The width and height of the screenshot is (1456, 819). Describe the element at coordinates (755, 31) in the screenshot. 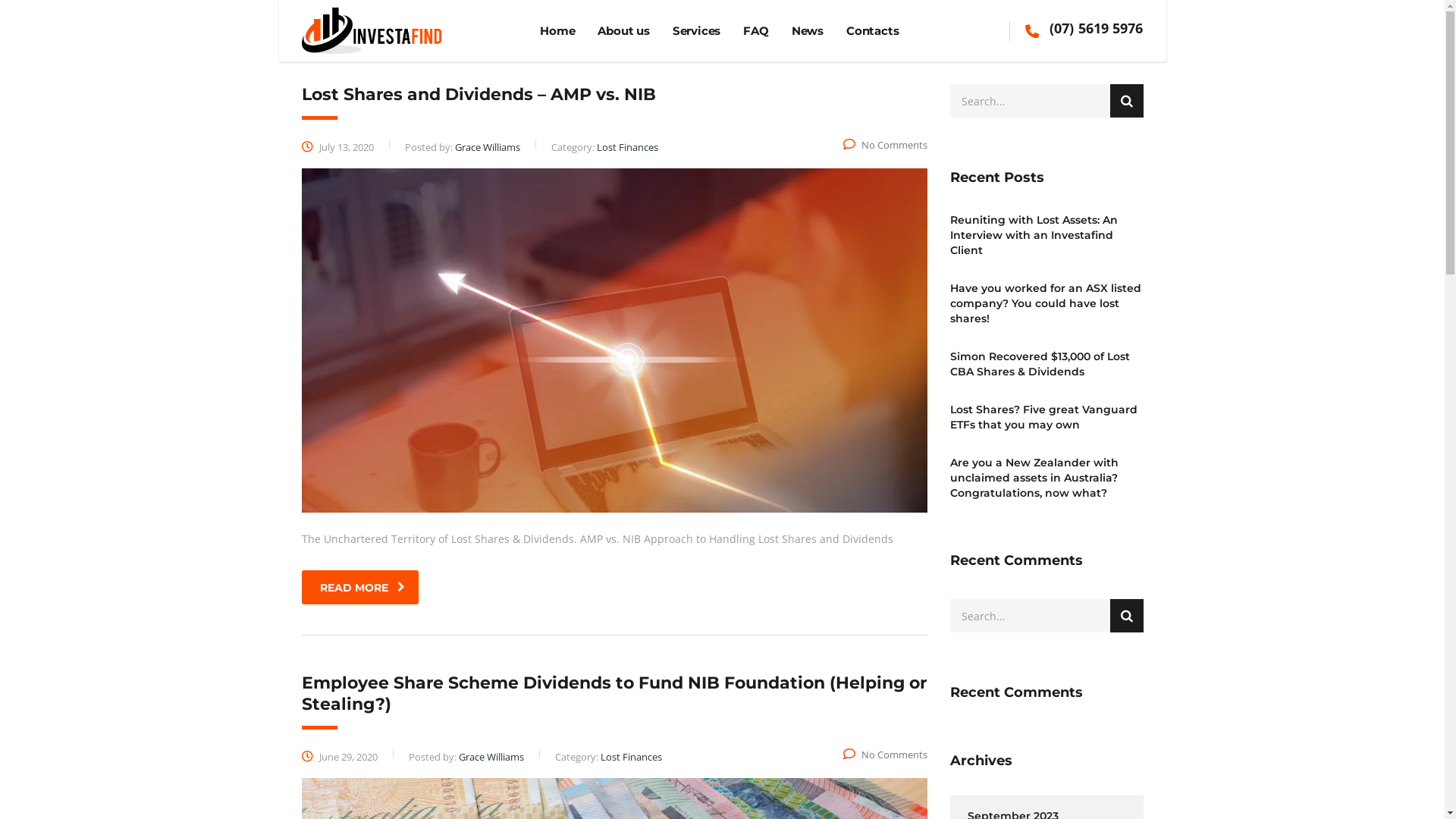

I see `'FAQ'` at that location.